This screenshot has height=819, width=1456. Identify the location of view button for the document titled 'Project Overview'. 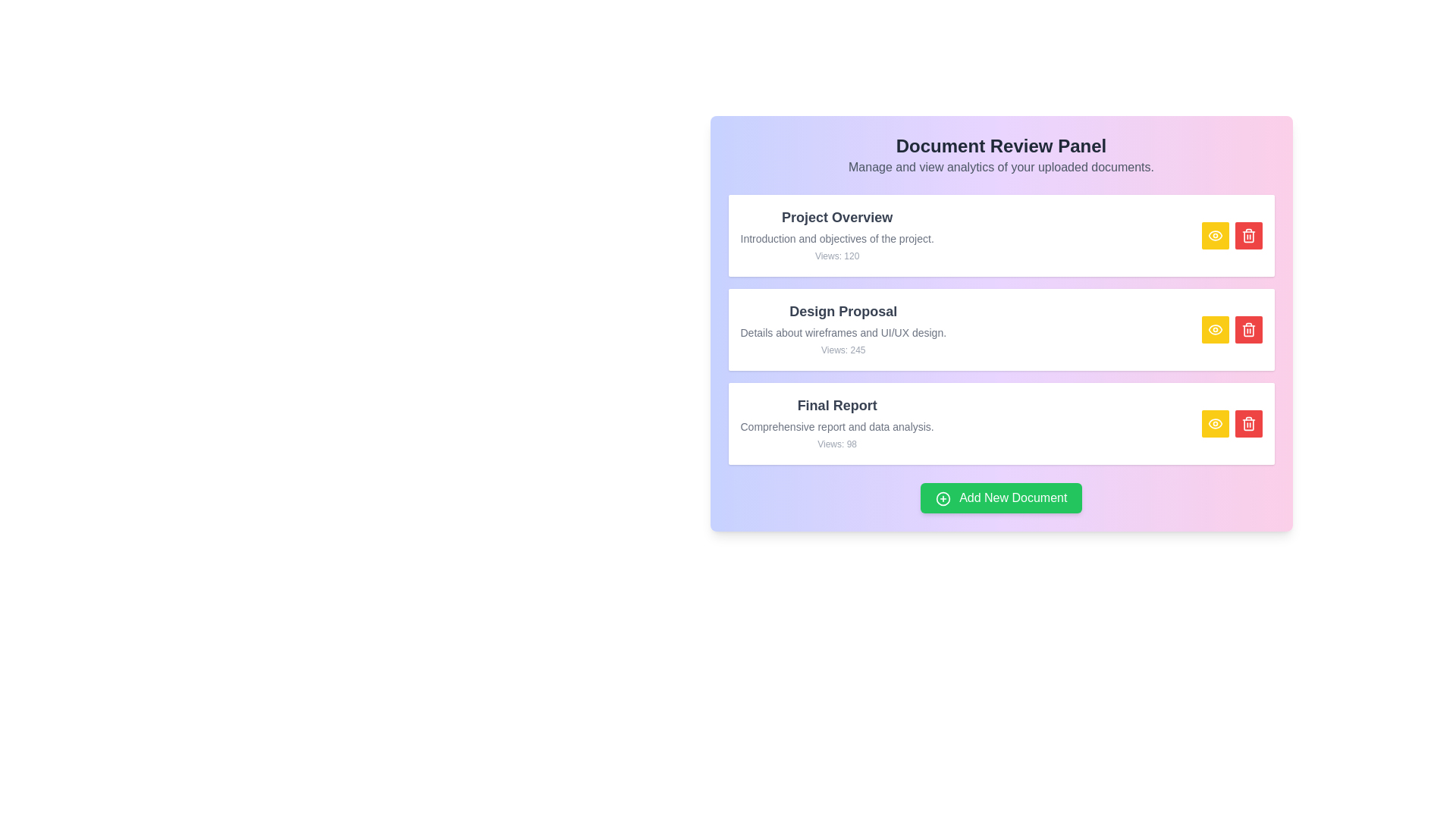
(1215, 236).